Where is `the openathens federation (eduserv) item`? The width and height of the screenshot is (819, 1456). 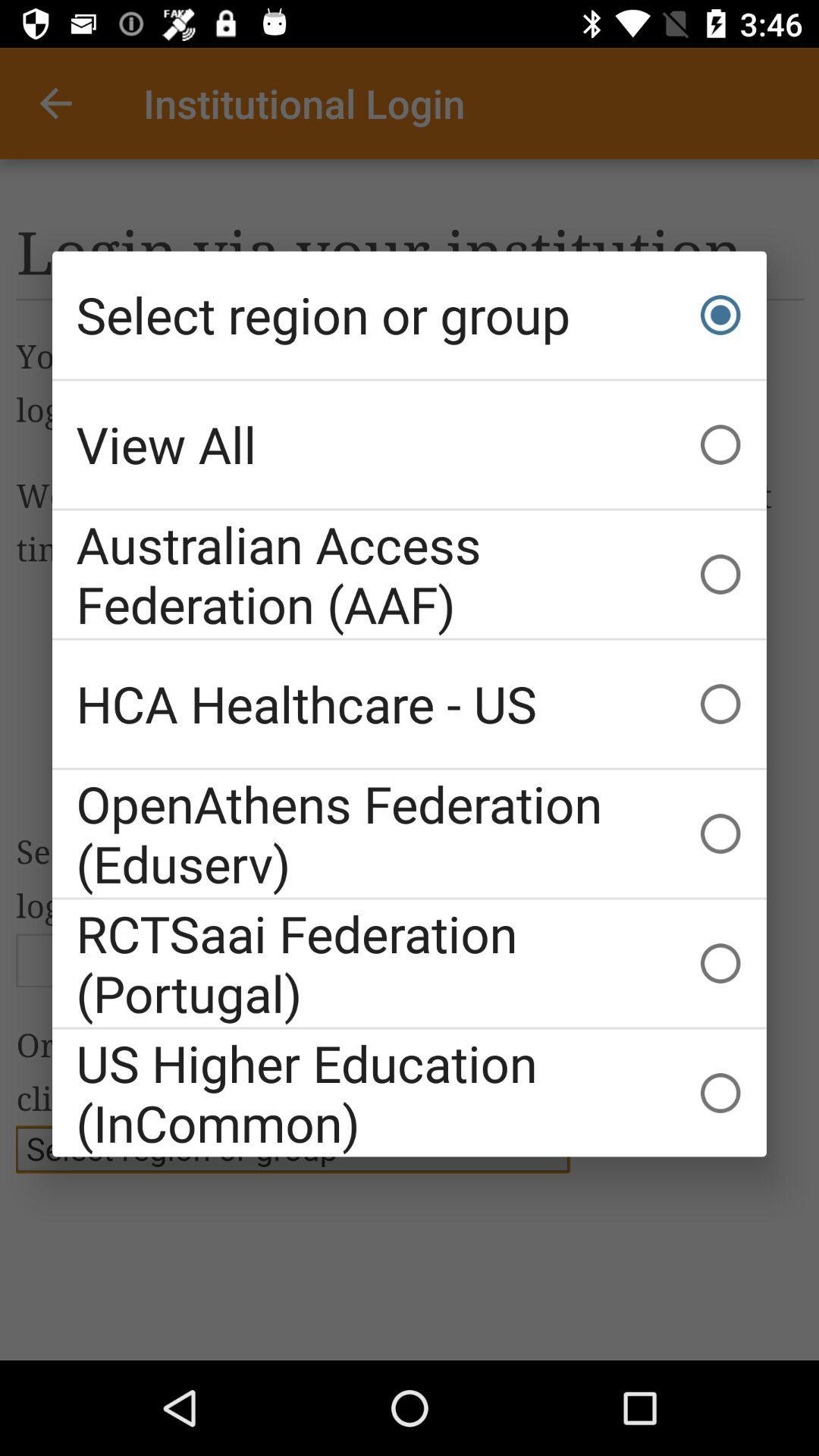
the openathens federation (eduserv) item is located at coordinates (409, 833).